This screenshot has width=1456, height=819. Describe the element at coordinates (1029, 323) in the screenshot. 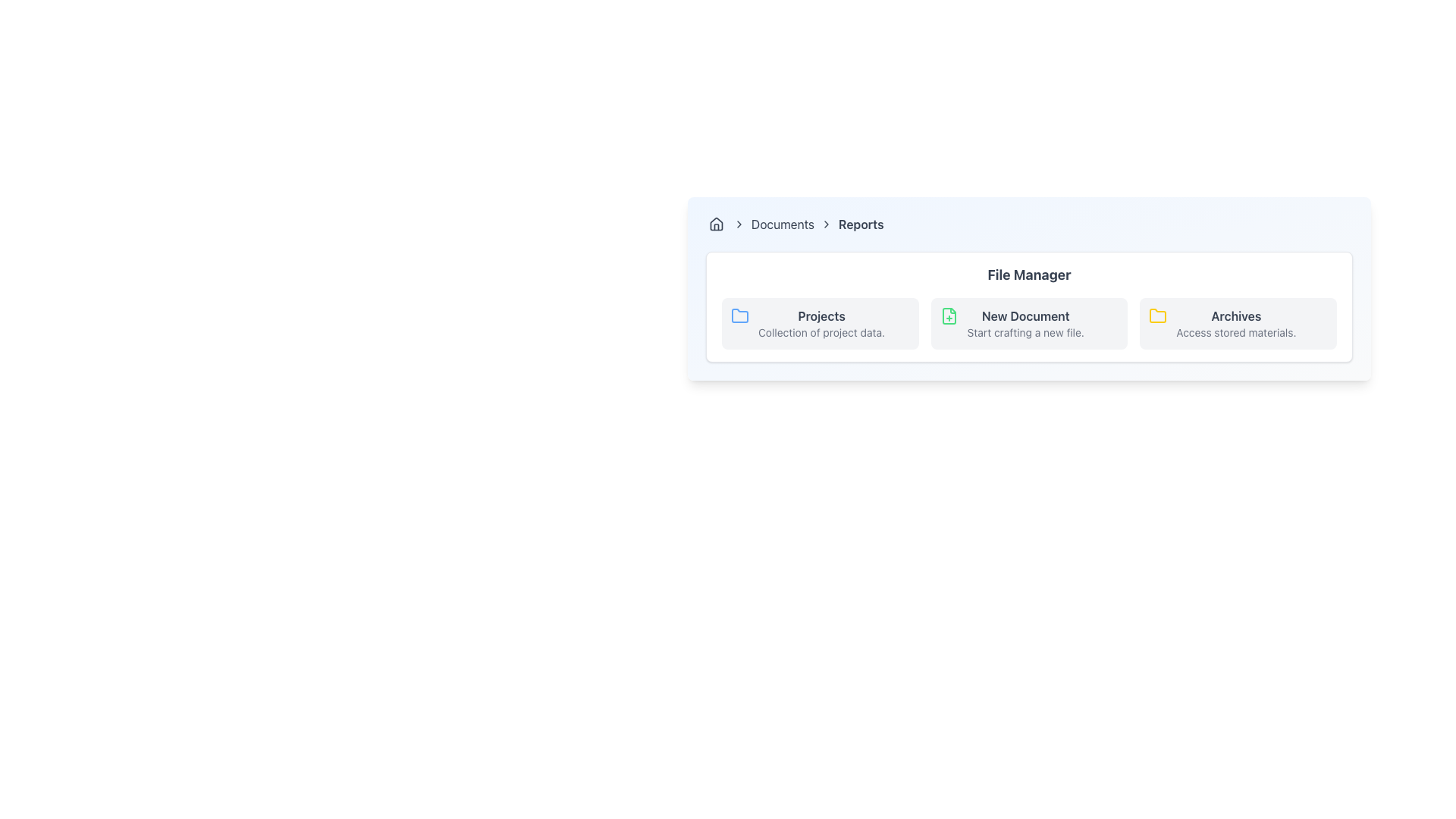

I see `the 'New Document' button in the 'File Manager' section to create a new document` at that location.